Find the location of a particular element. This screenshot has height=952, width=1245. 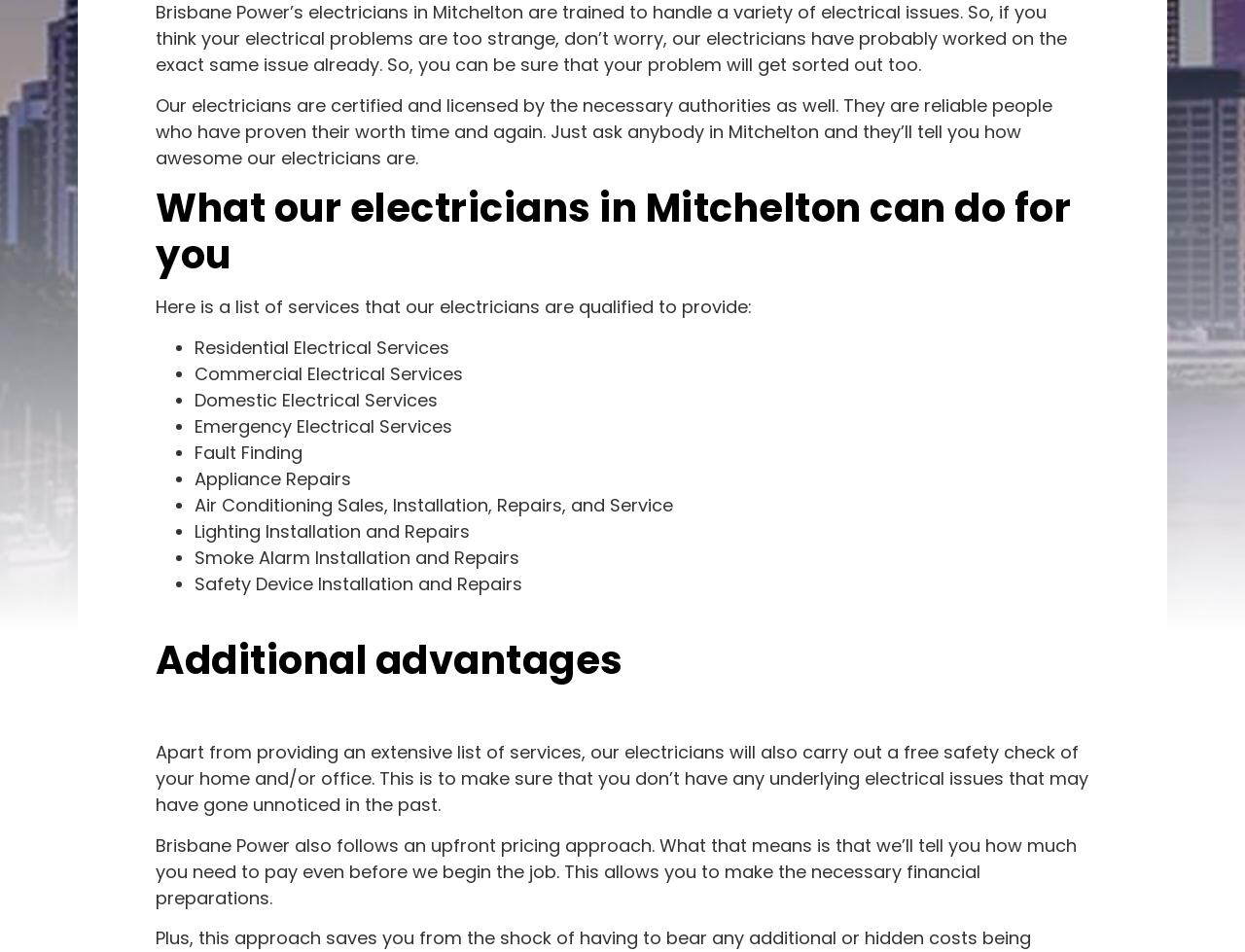

'Additional advantages' is located at coordinates (389, 657).